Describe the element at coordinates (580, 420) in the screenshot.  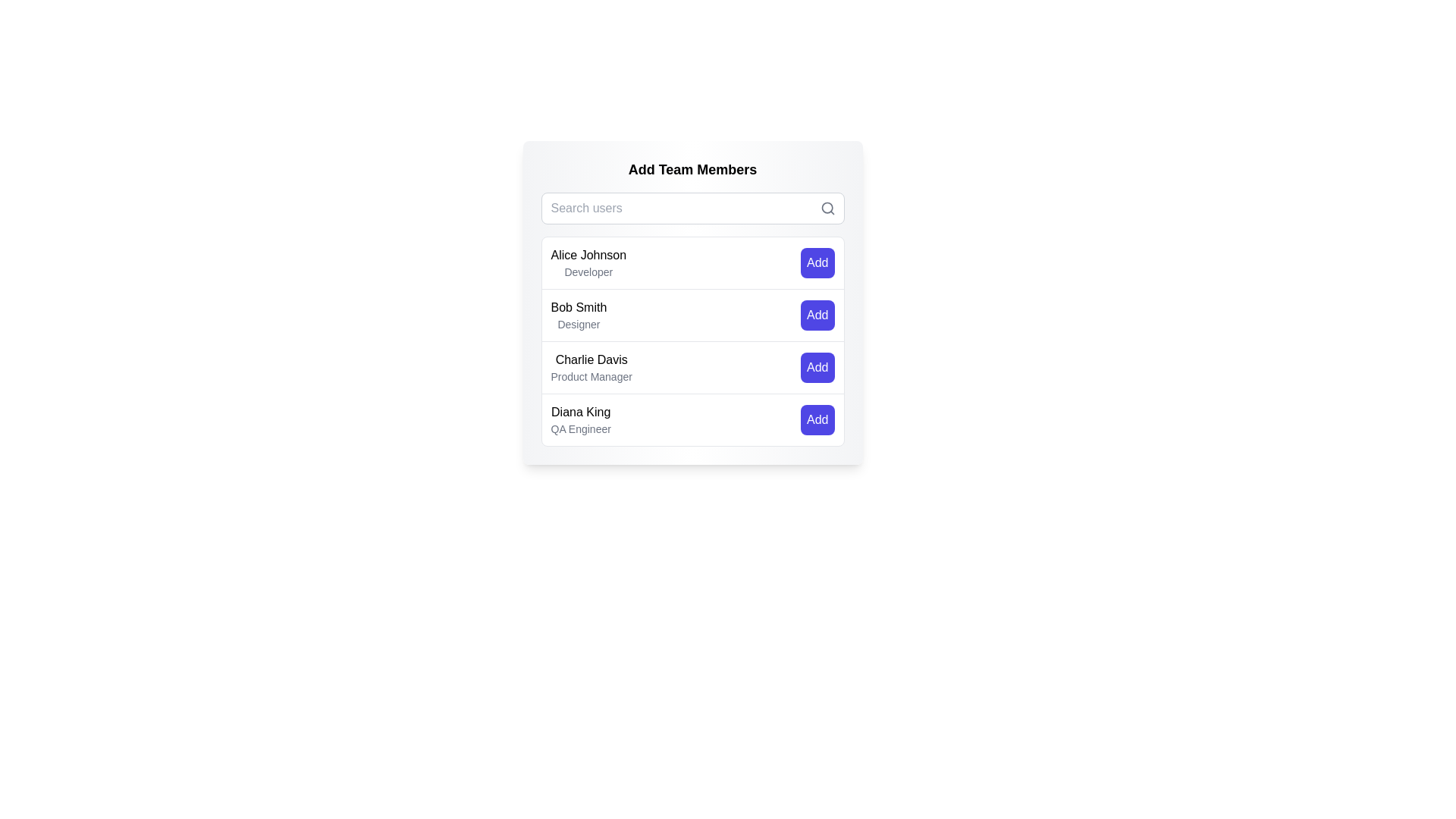
I see `the text display that describes the name and role of an individual (QA Engineer) in the context of adding team members, positioned below 'Charlie Davis - Product Manager' and above the 'Add' button` at that location.